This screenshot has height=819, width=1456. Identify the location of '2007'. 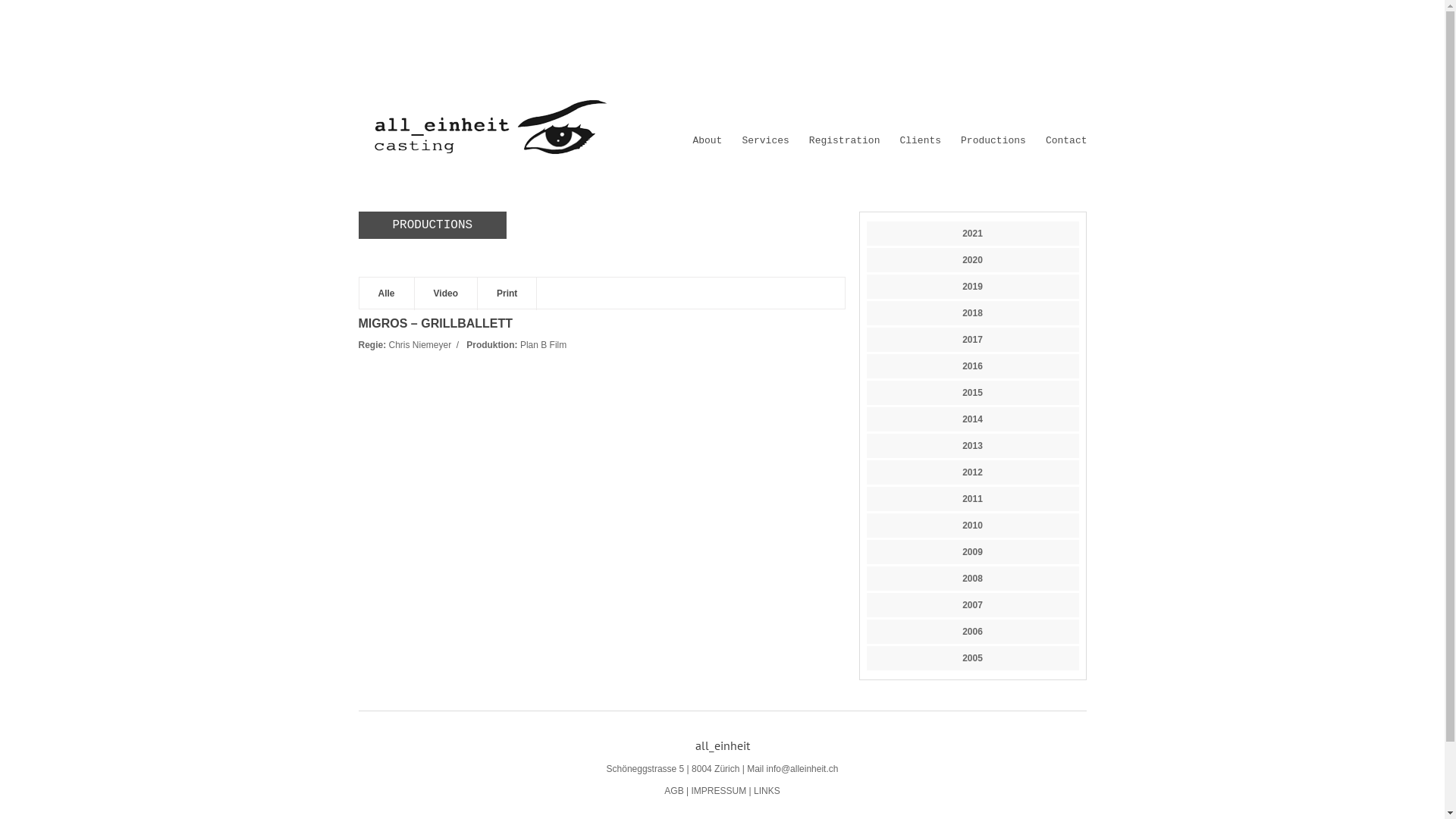
(961, 604).